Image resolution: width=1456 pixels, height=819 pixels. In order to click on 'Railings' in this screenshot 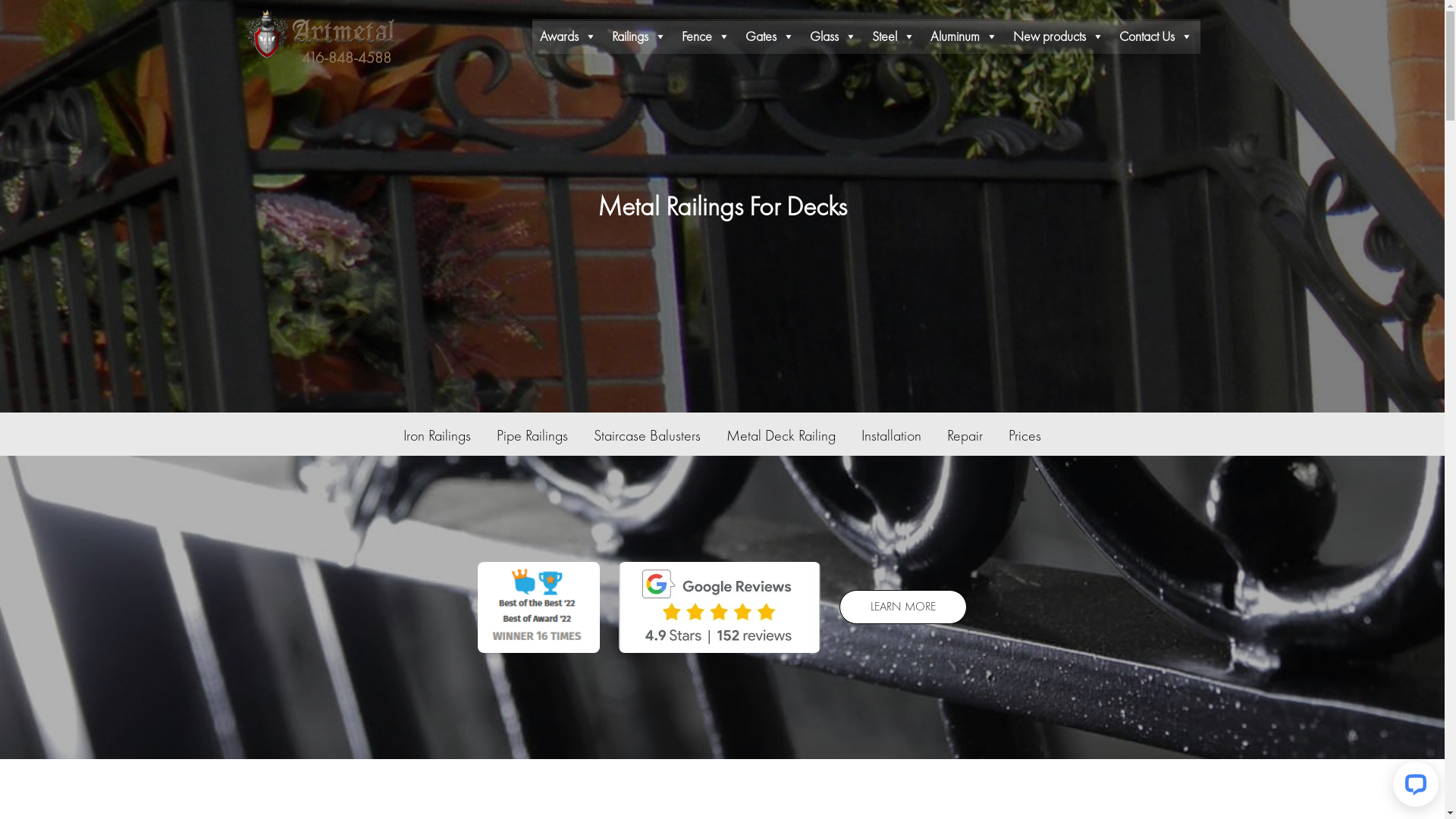, I will do `click(638, 35)`.